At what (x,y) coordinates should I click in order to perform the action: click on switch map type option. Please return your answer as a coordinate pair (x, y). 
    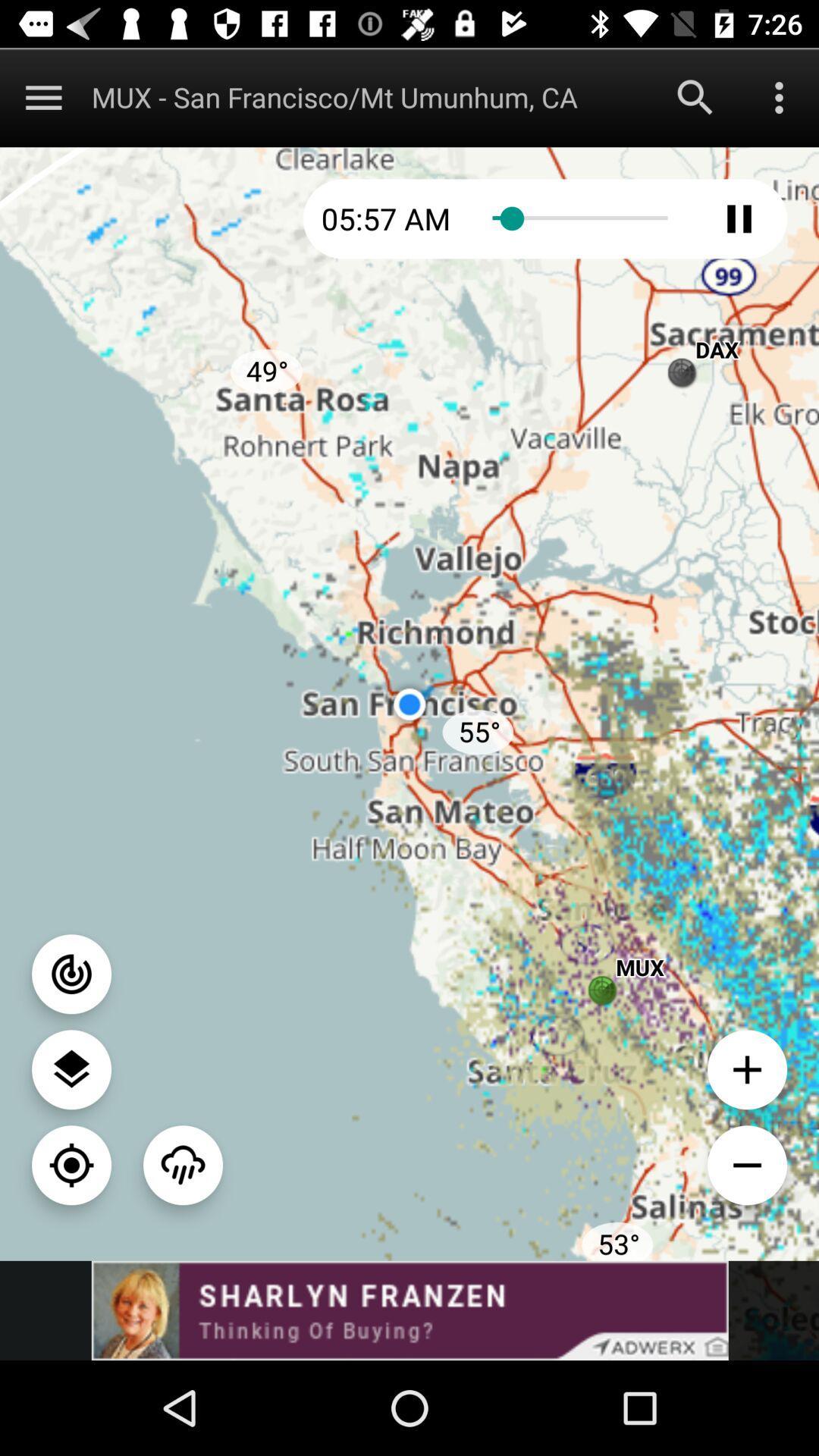
    Looking at the image, I should click on (71, 1068).